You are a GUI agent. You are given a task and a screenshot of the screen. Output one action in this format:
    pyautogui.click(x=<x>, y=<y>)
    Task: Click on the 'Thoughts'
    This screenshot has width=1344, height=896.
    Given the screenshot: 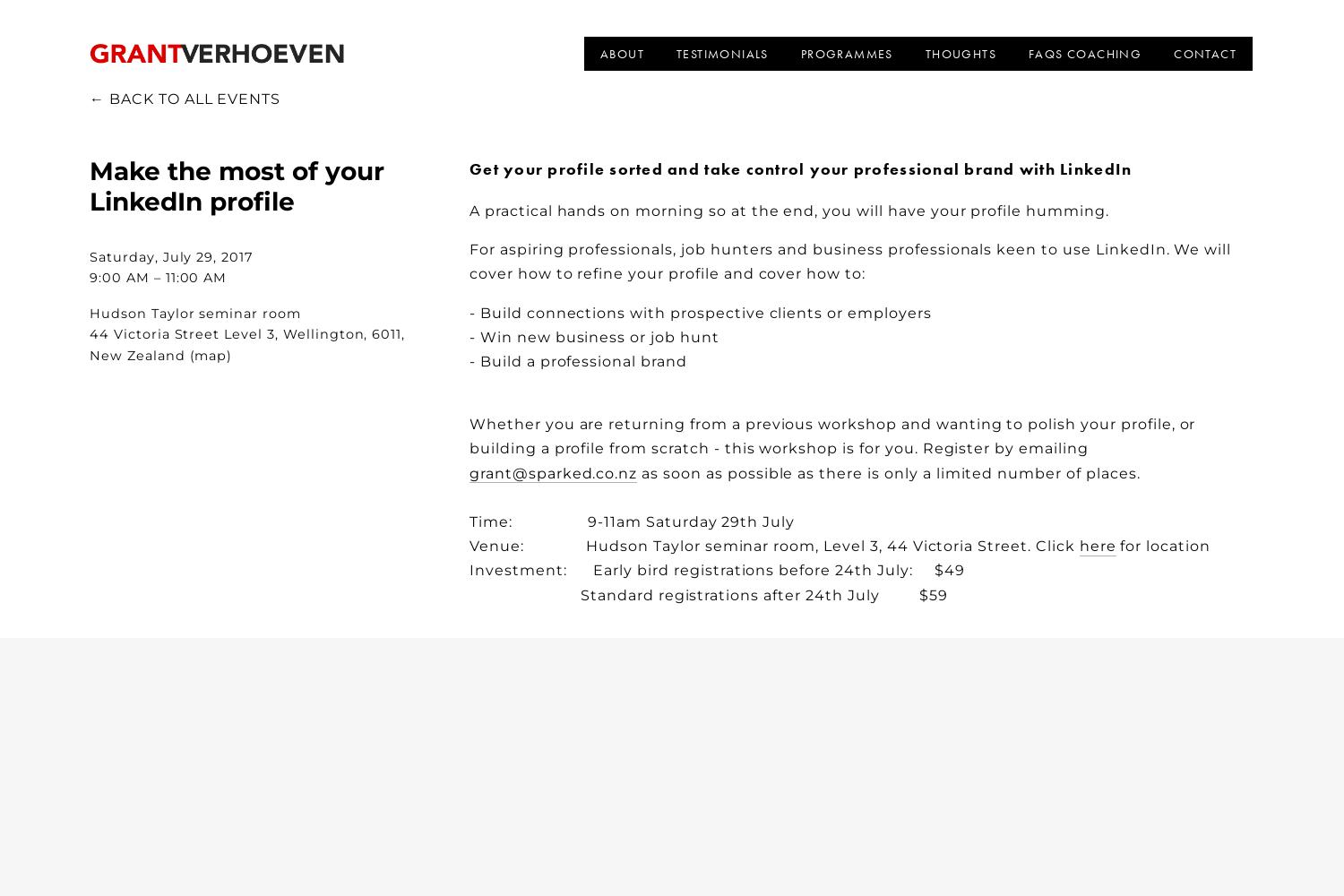 What is the action you would take?
    pyautogui.click(x=959, y=54)
    